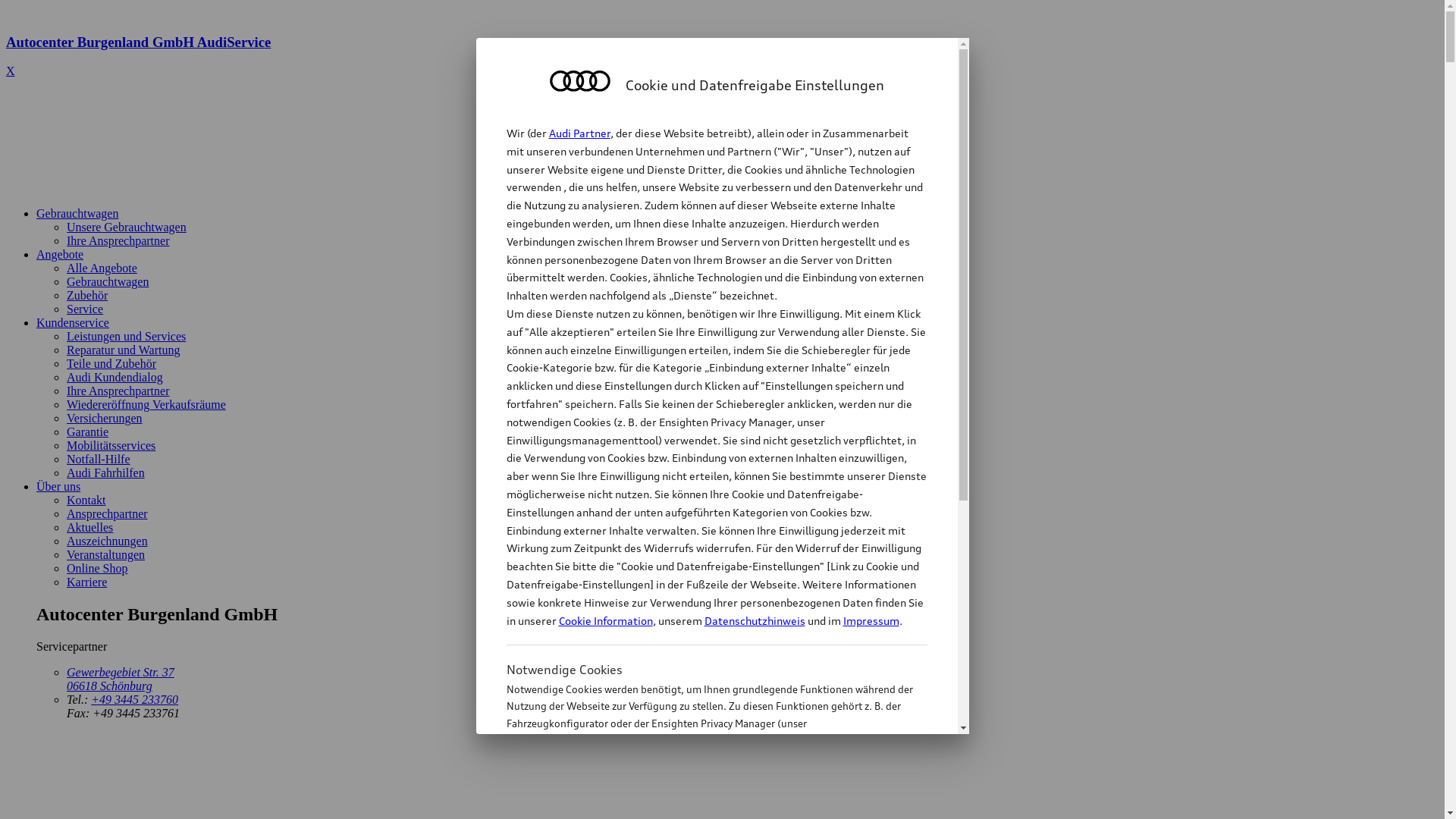 The width and height of the screenshot is (1456, 819). What do you see at coordinates (65, 554) in the screenshot?
I see `'Veranstaltungen'` at bounding box center [65, 554].